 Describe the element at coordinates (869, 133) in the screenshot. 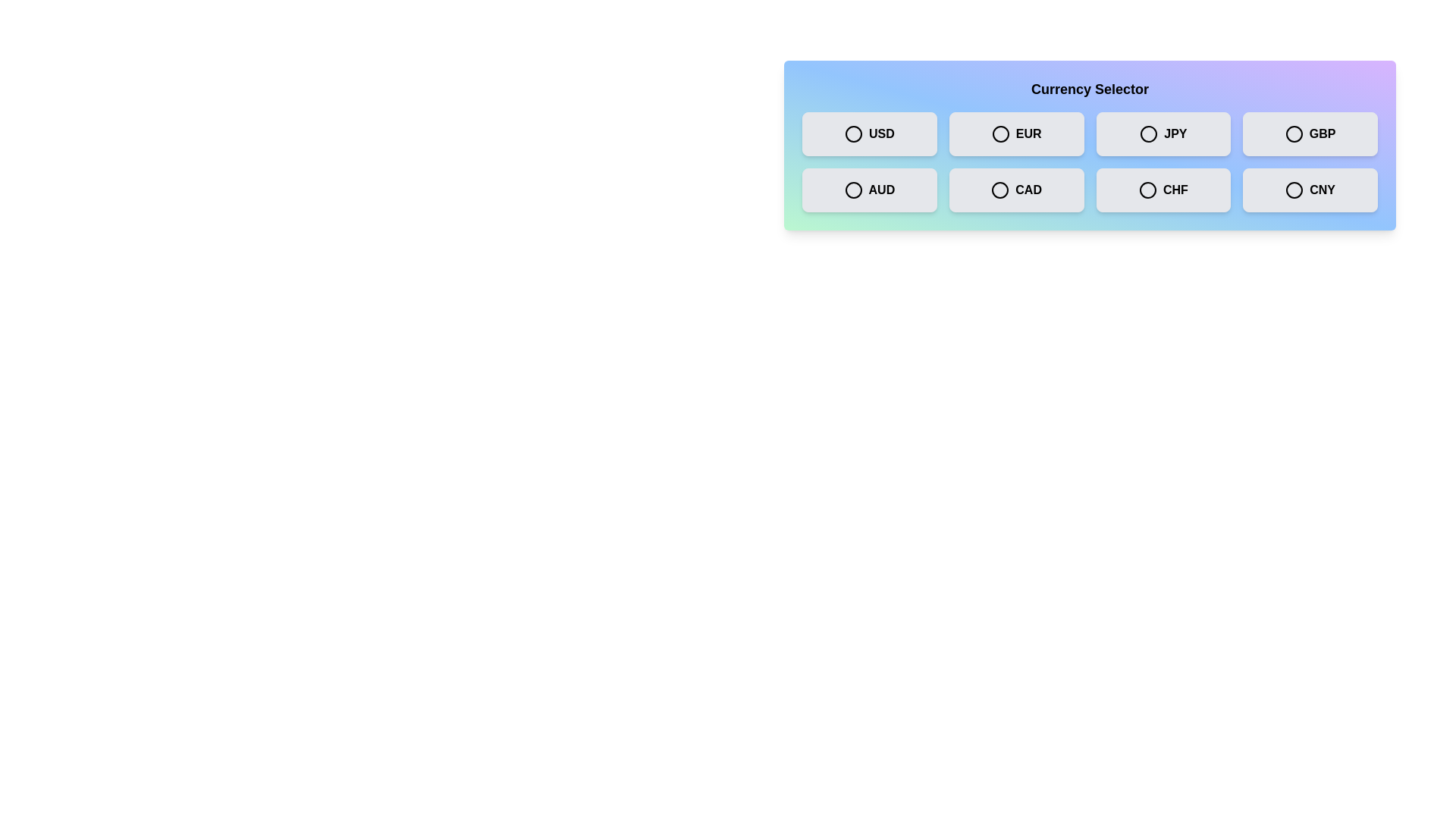

I see `the currency USD by clicking on its respective button` at that location.